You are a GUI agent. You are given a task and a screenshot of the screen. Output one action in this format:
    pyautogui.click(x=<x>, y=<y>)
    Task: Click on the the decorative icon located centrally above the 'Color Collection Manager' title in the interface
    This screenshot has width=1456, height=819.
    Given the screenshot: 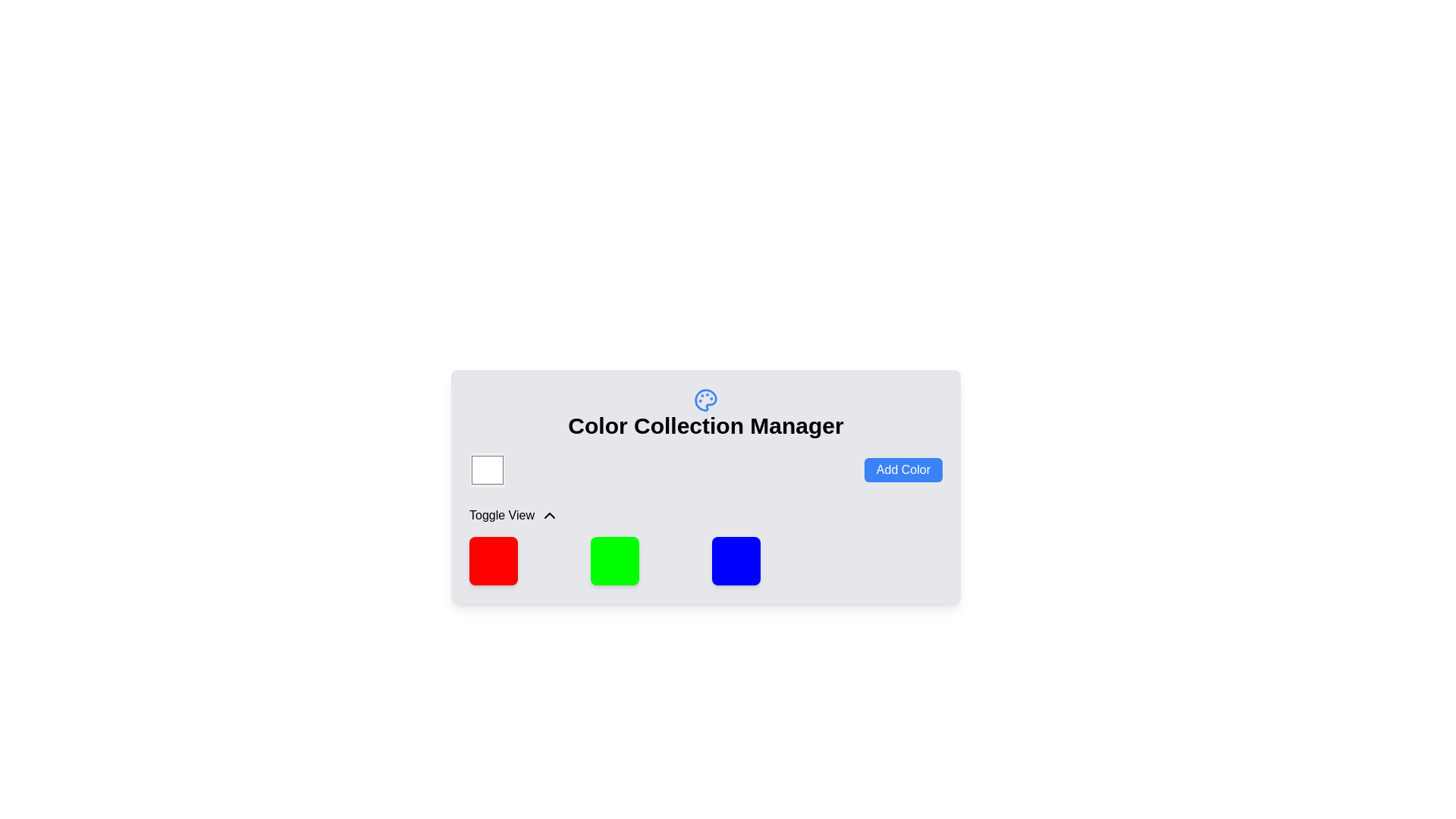 What is the action you would take?
    pyautogui.click(x=705, y=400)
    